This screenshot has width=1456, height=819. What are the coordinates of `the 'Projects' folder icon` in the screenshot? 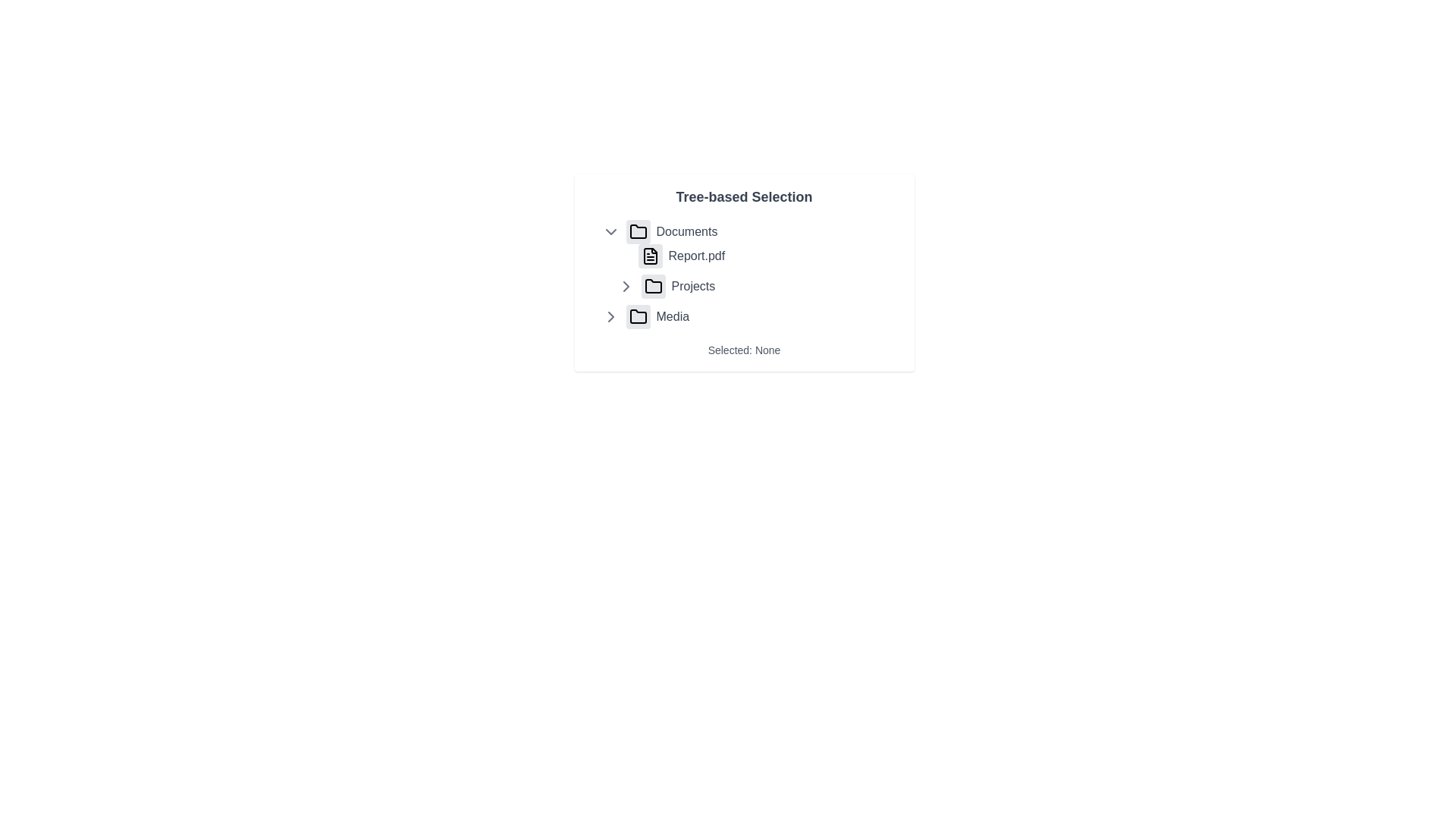 It's located at (653, 286).